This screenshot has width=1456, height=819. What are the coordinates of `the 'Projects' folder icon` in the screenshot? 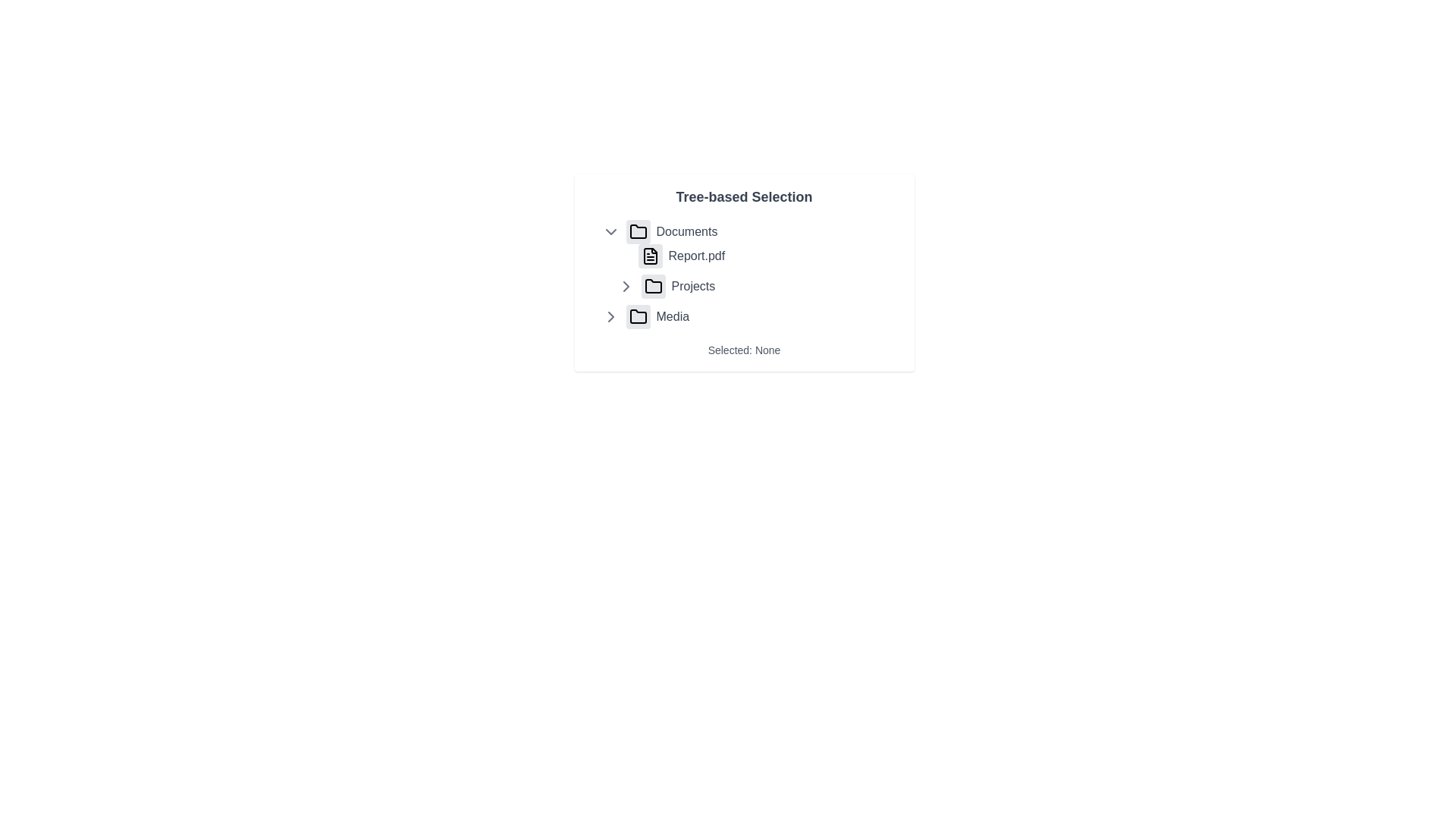 It's located at (653, 286).